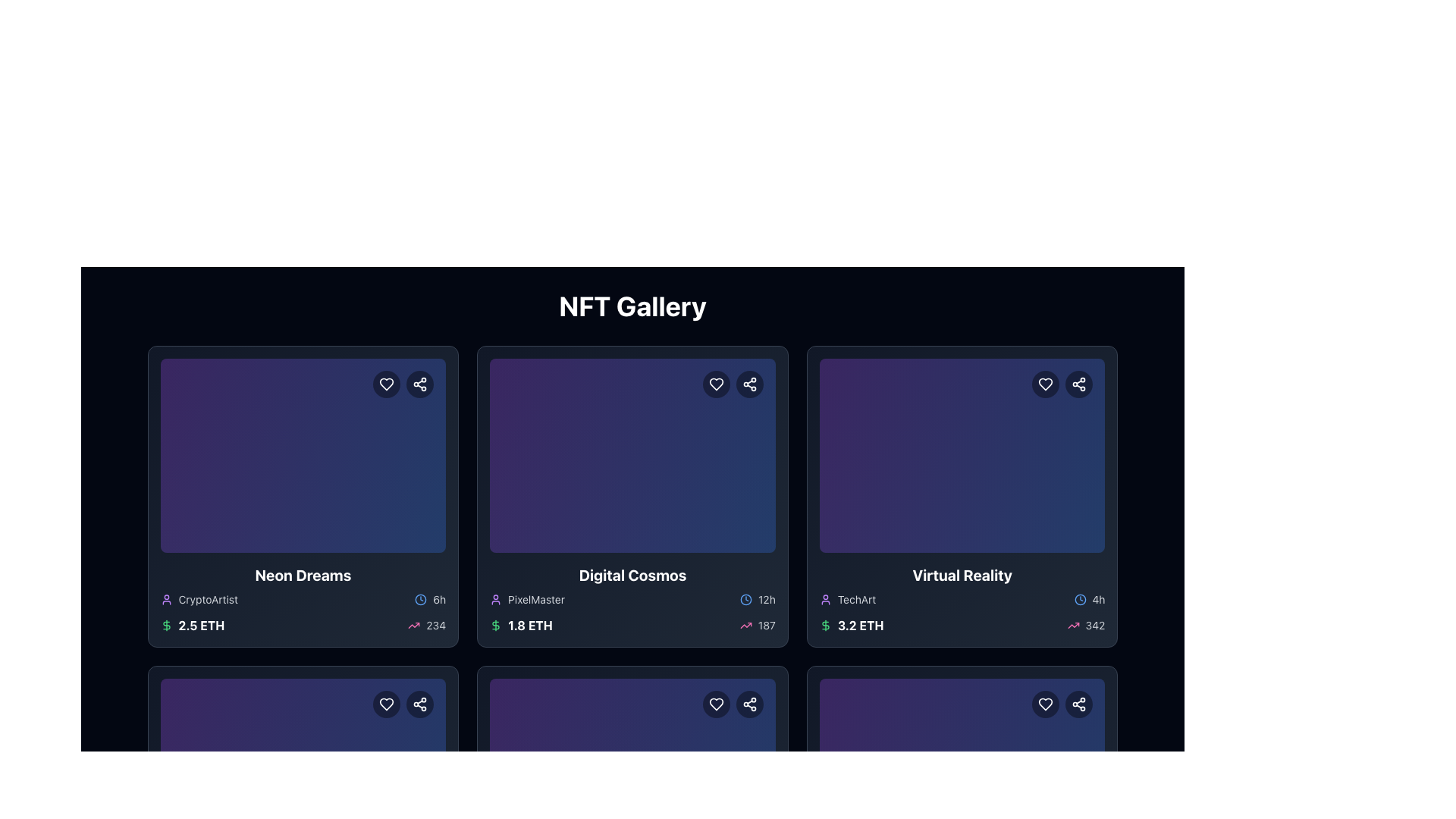  I want to click on the heart icon, which is a minimalistic outlined heart located in the top-right corner of the card labeled 'Virtual Reality', to observe any visual changes, so click(1045, 383).